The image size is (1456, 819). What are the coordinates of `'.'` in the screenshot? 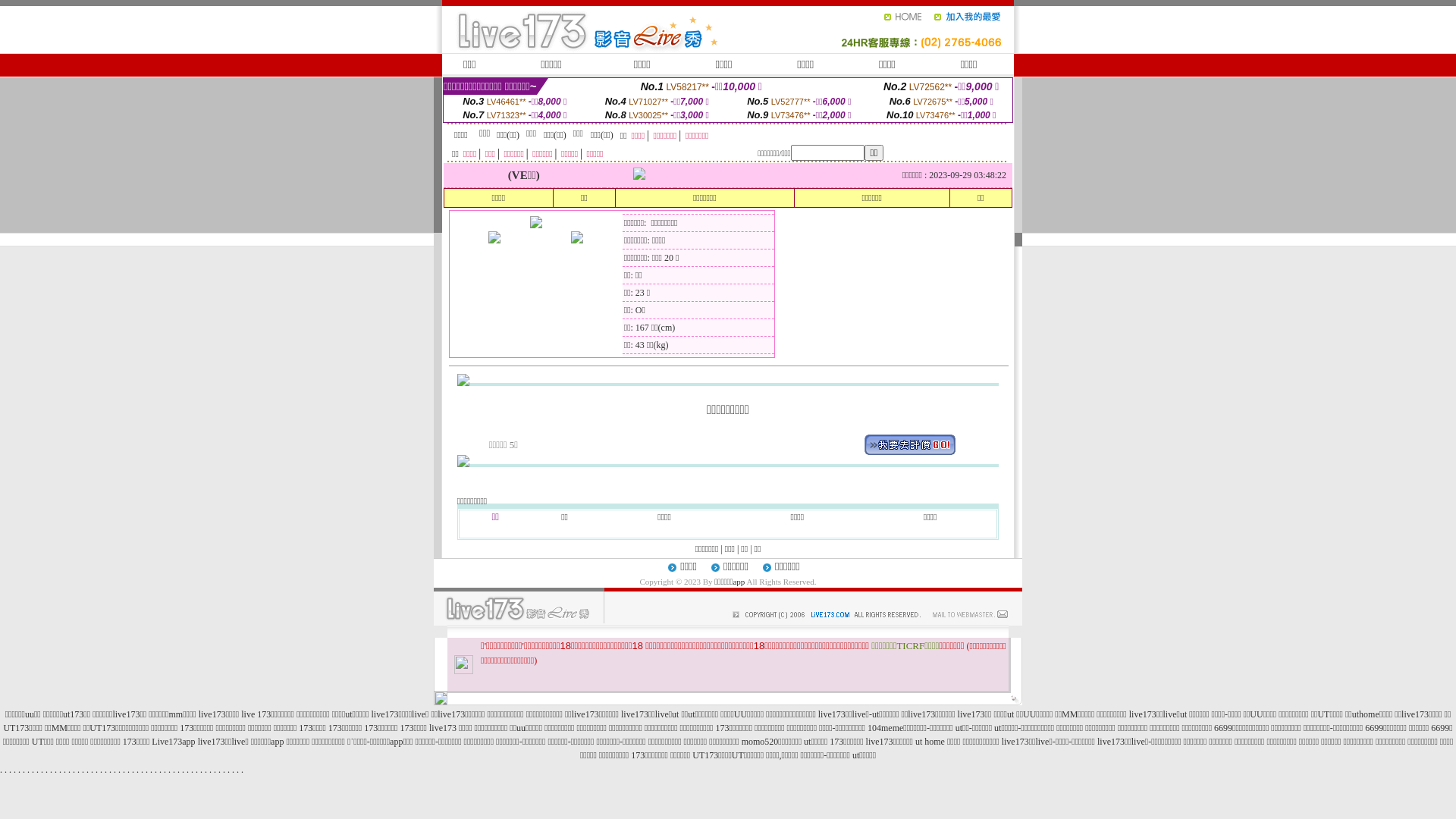 It's located at (96, 769).